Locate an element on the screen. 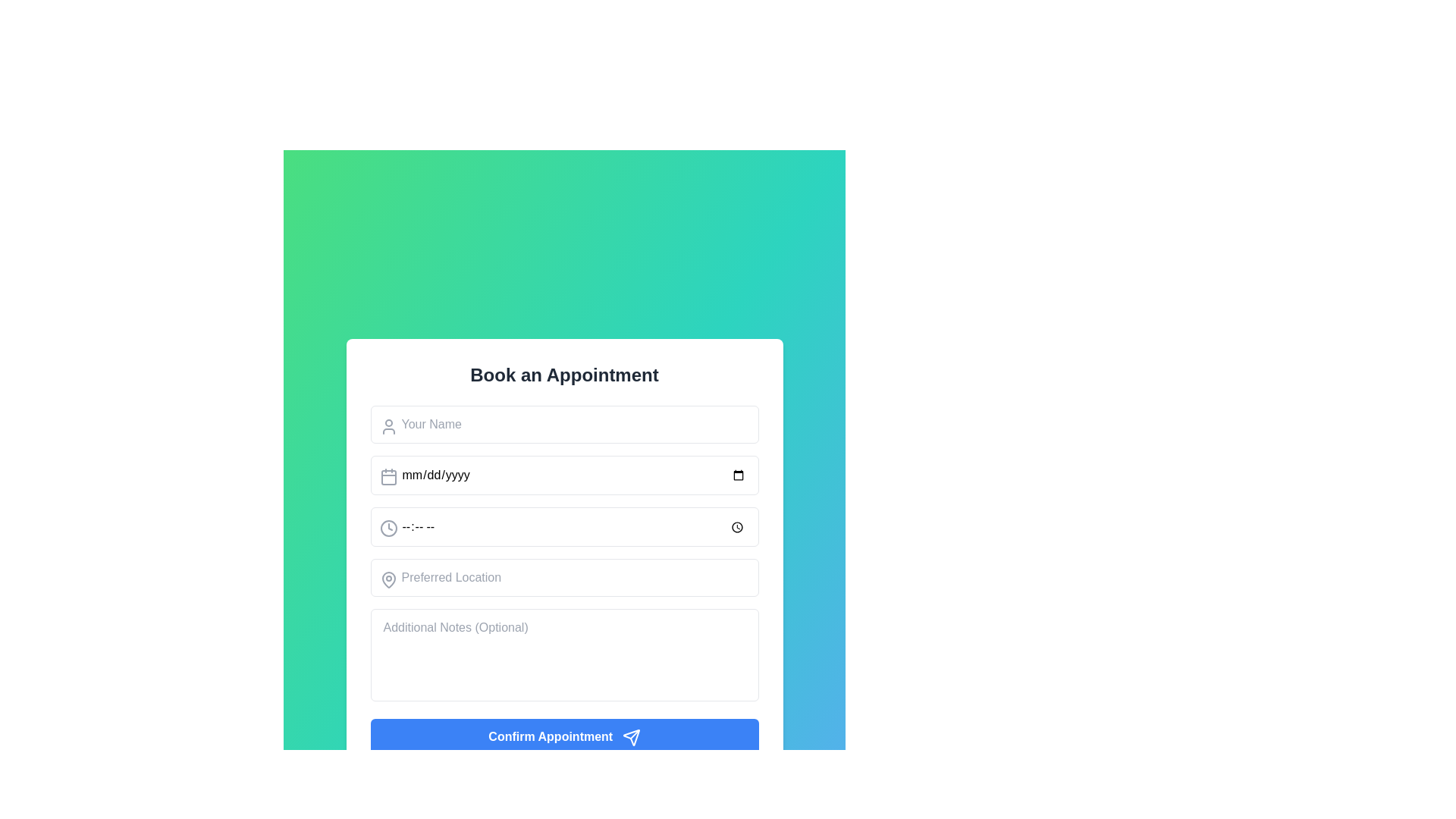  the geographical location icon positioned to the left of the 'Preferred Location' input field is located at coordinates (388, 580).